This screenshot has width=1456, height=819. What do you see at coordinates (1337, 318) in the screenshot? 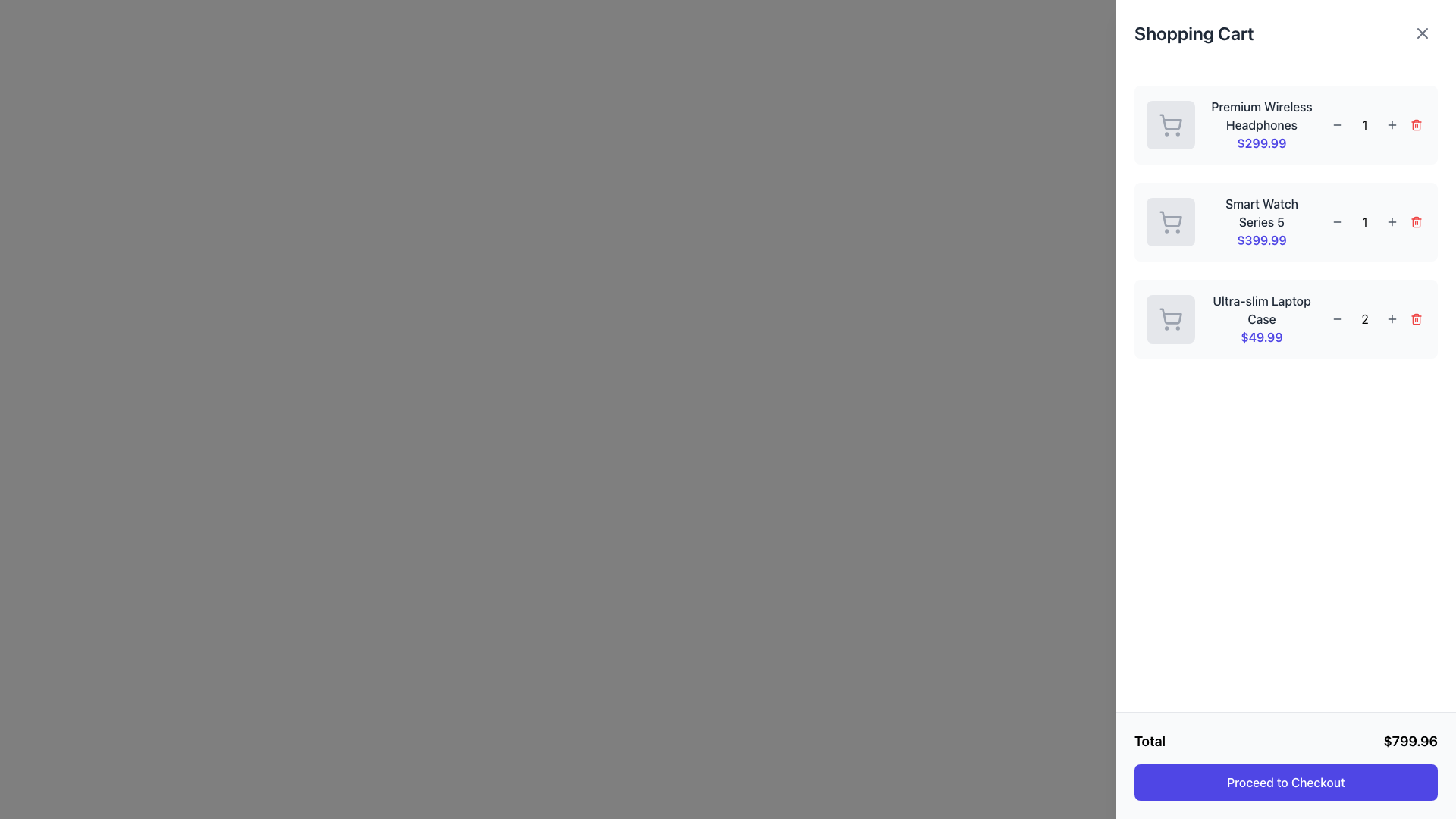
I see `the decrease quantity button located to the left of the quantity counter for 'Ultra-slim Laptop Case' in the shopping cart` at bounding box center [1337, 318].